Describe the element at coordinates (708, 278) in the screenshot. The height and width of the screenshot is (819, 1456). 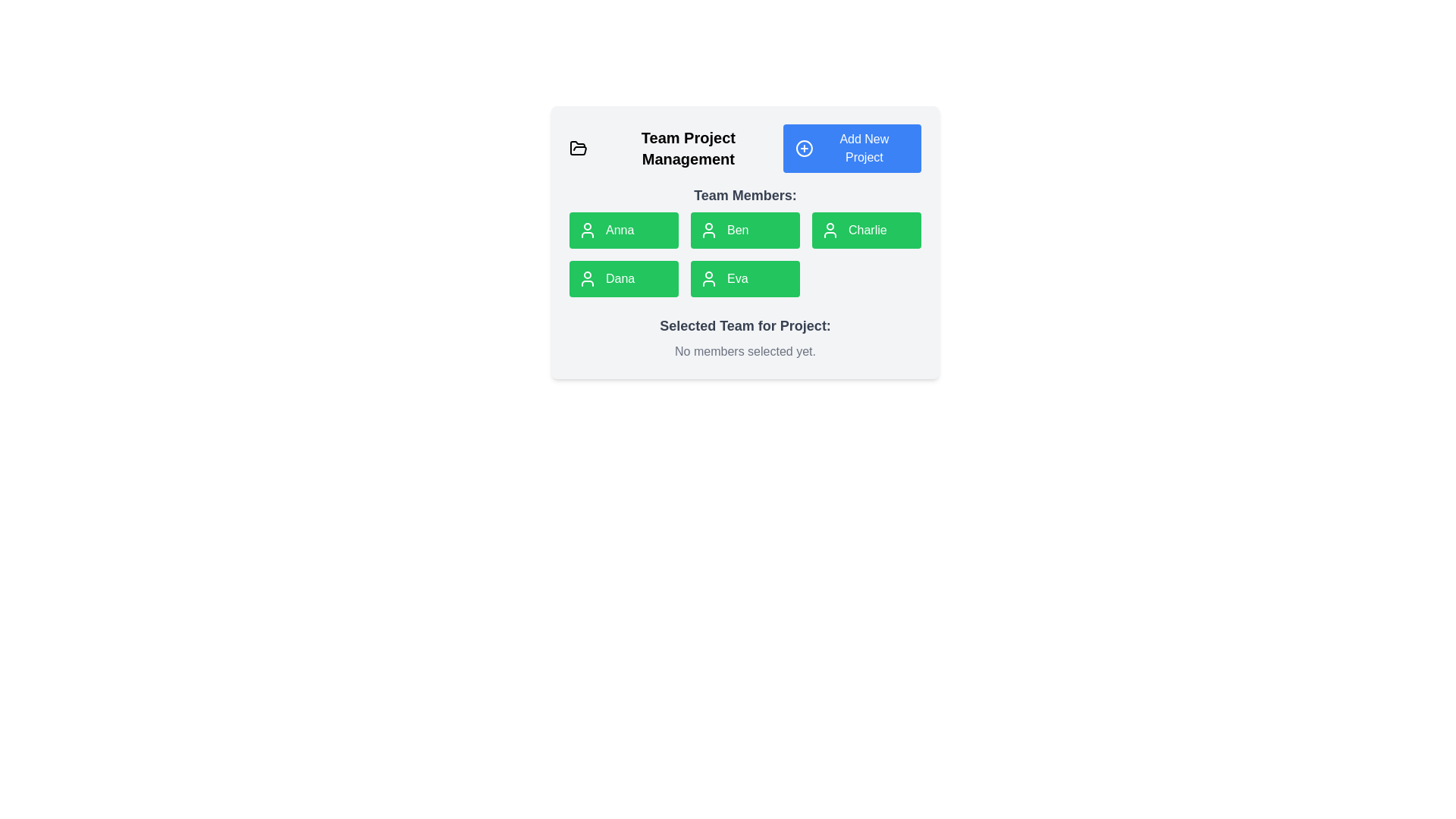
I see `the Profile icon representing the team member 'Eva', located inside the button labeled 'Eva' in the 'Team Members' section` at that location.